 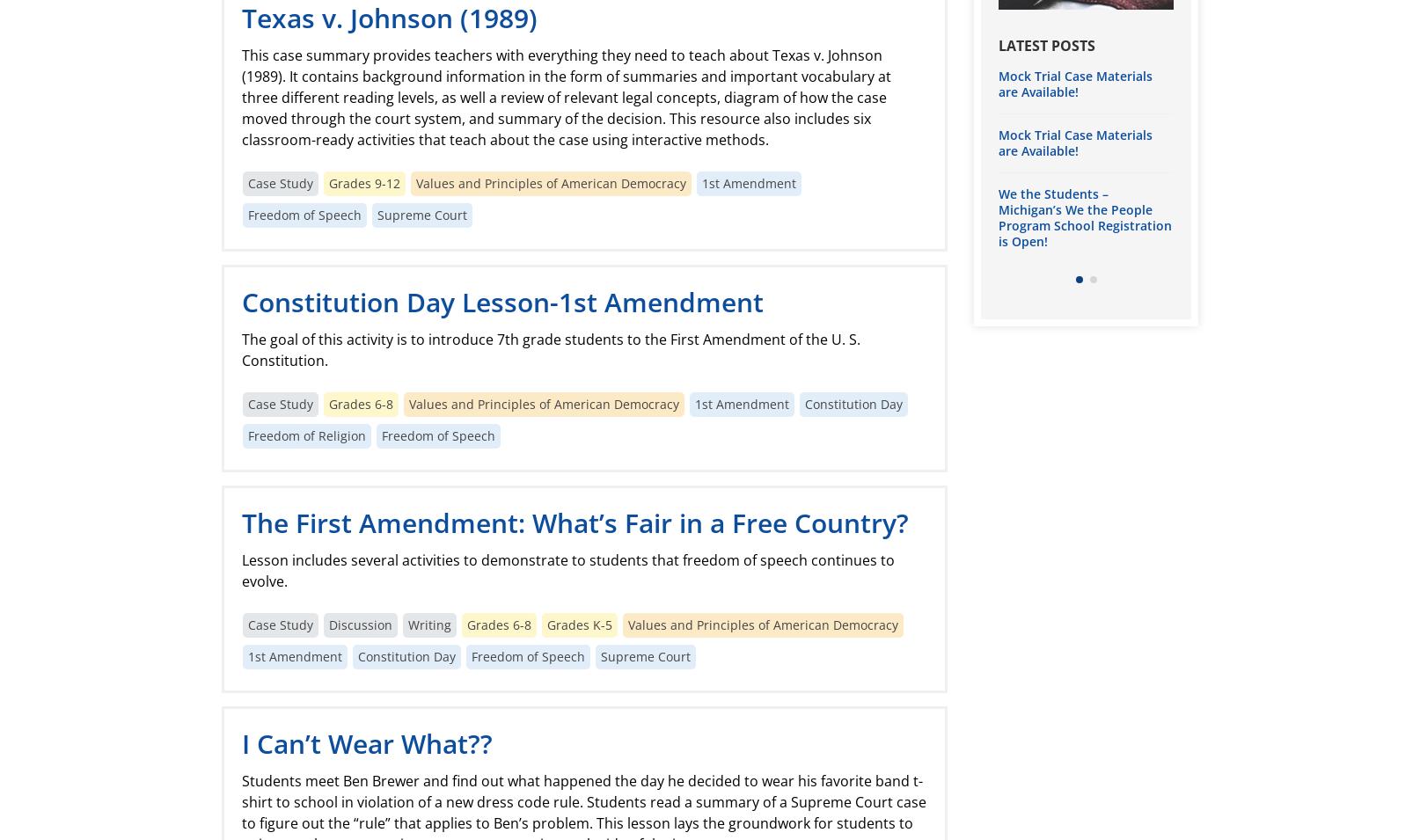 What do you see at coordinates (363, 183) in the screenshot?
I see `'Grades 9-12'` at bounding box center [363, 183].